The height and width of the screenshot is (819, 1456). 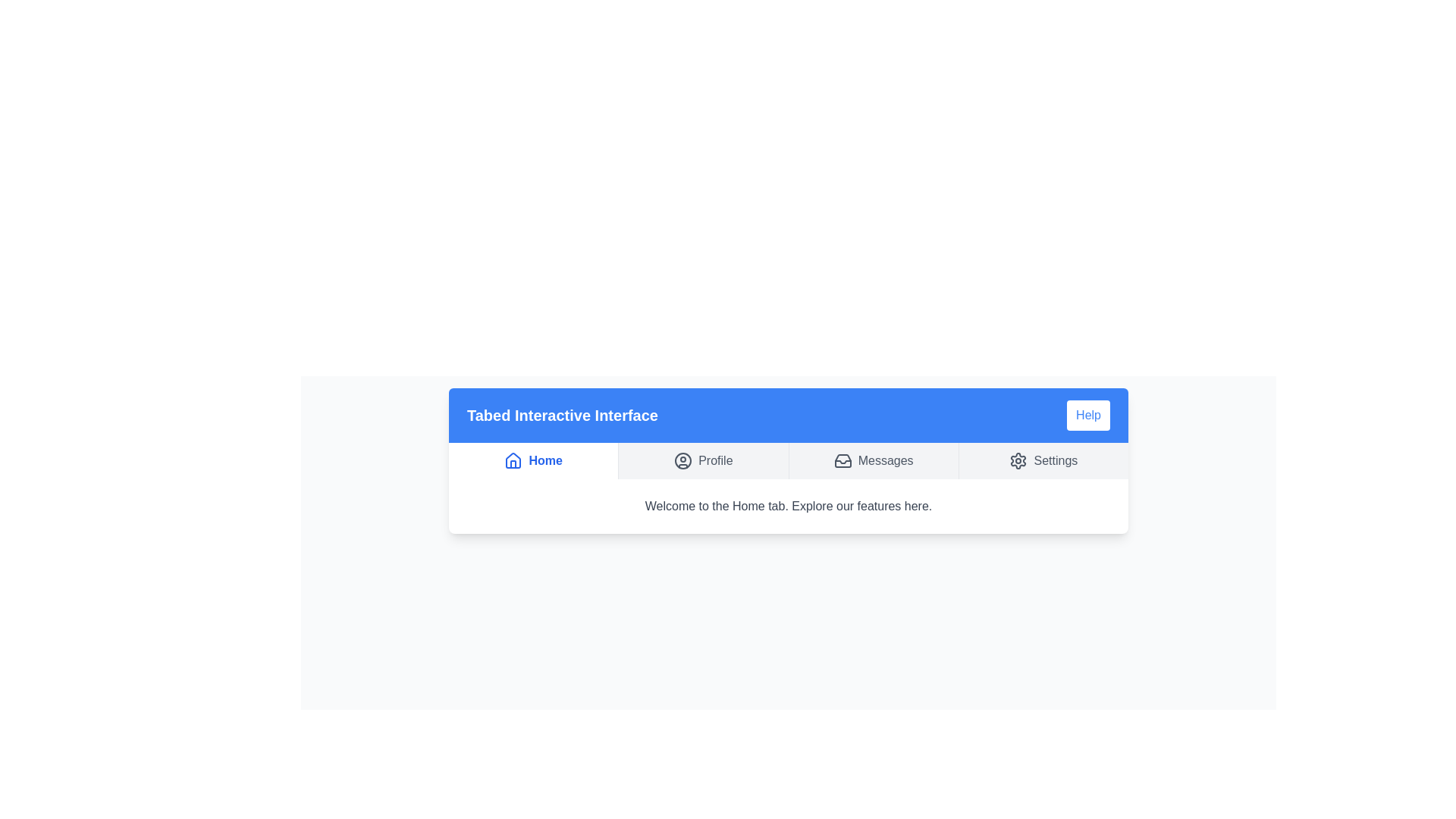 I want to click on the 'Messages' button in the navigation menu, so click(x=874, y=460).